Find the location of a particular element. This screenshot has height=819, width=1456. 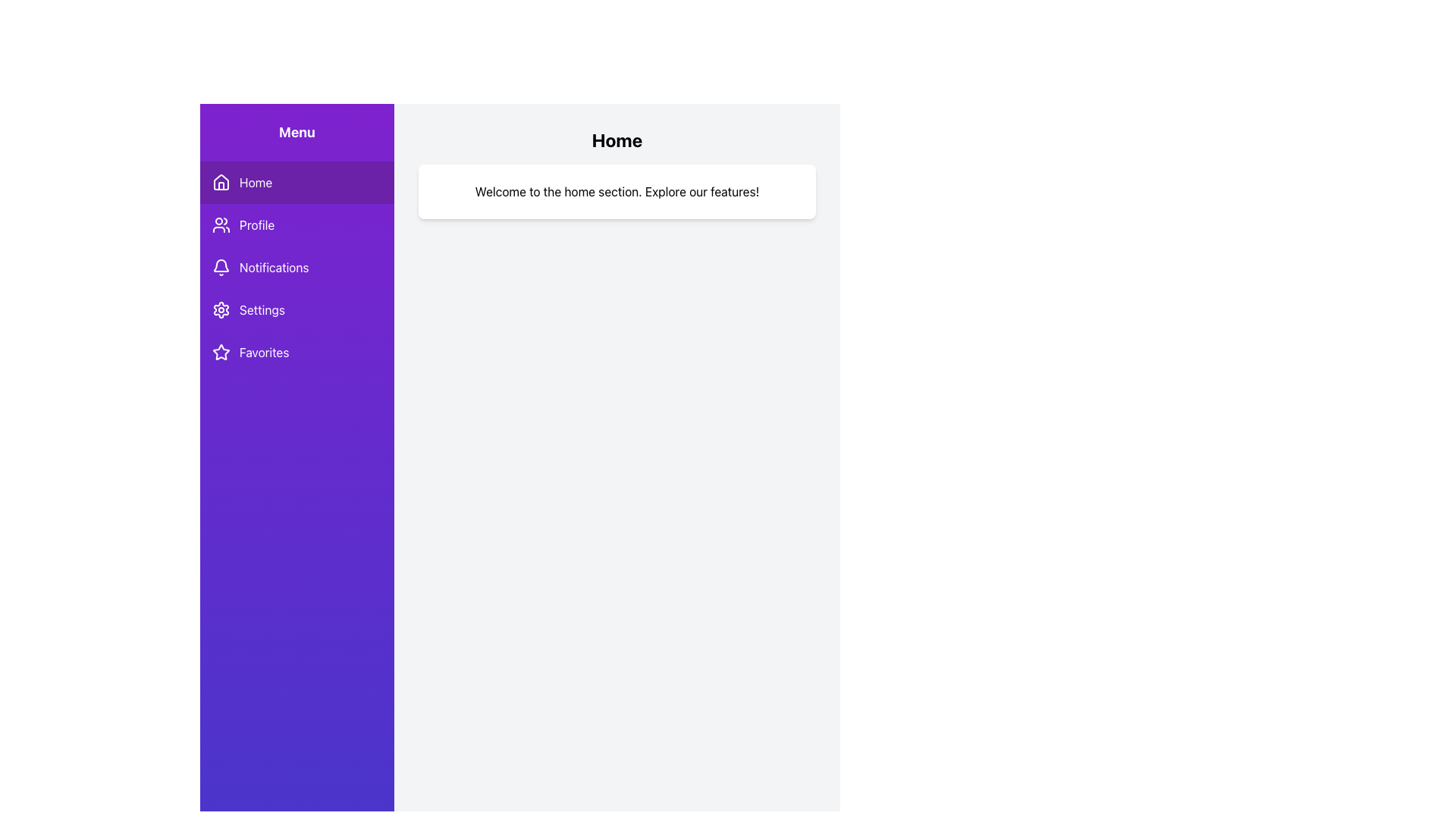

the star icon located in the sidebar menu, which serves as the visual indicator for the 'Favorites' section, positioned to the left of the 'Favorites' menu item is located at coordinates (221, 352).